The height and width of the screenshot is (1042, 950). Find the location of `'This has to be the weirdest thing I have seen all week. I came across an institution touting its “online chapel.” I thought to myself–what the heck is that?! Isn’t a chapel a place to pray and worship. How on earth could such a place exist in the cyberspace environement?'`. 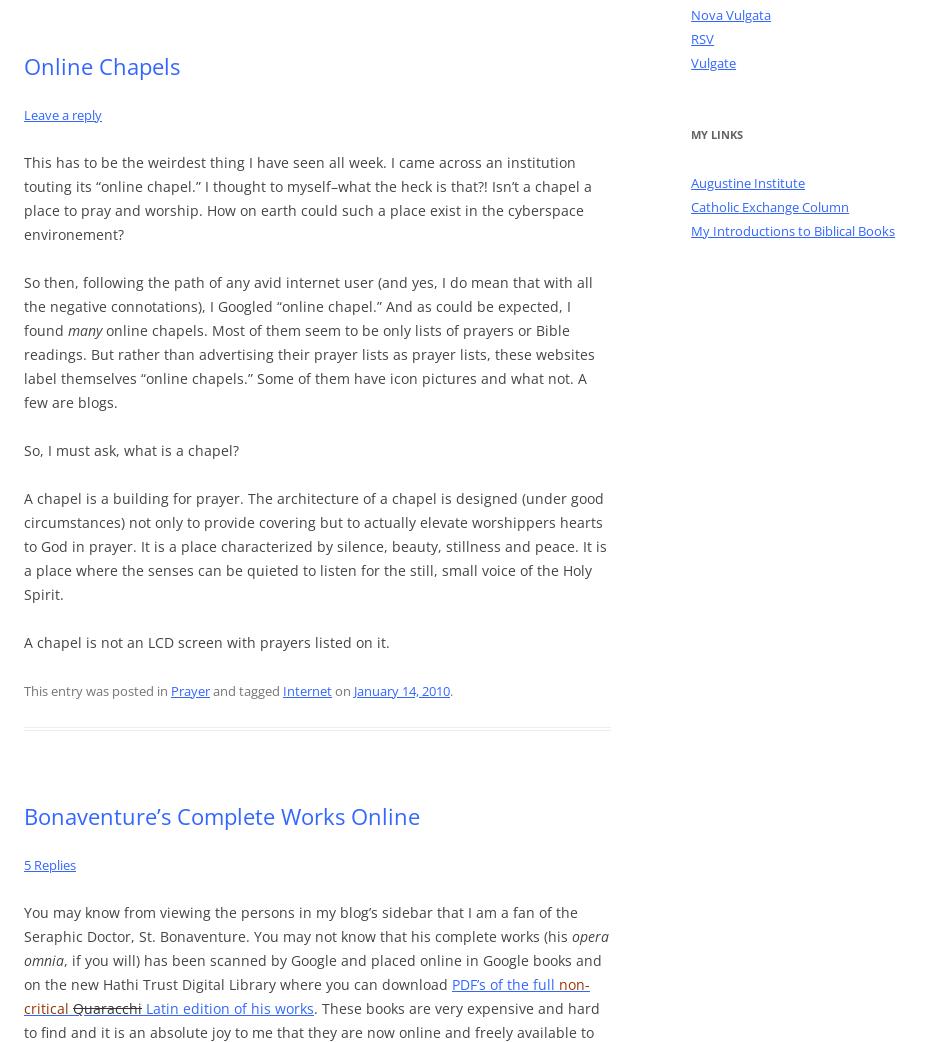

'This has to be the weirdest thing I have seen all week. I came across an institution touting its “online chapel.” I thought to myself–what the heck is that?! Isn’t a chapel a place to pray and worship. How on earth could such a place exist in the cyberspace environement?' is located at coordinates (306, 196).